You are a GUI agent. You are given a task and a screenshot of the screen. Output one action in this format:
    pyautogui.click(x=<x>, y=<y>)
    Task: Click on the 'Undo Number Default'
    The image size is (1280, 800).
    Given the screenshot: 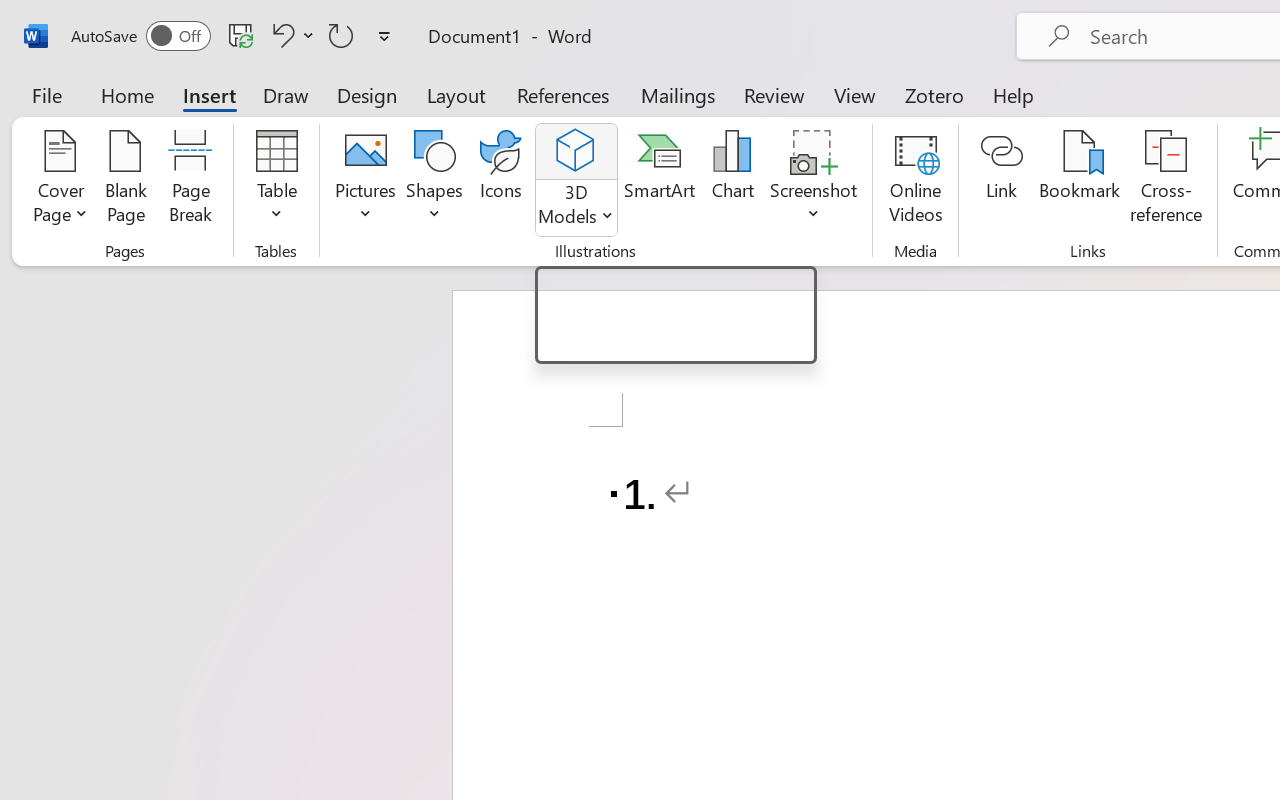 What is the action you would take?
    pyautogui.click(x=279, y=34)
    